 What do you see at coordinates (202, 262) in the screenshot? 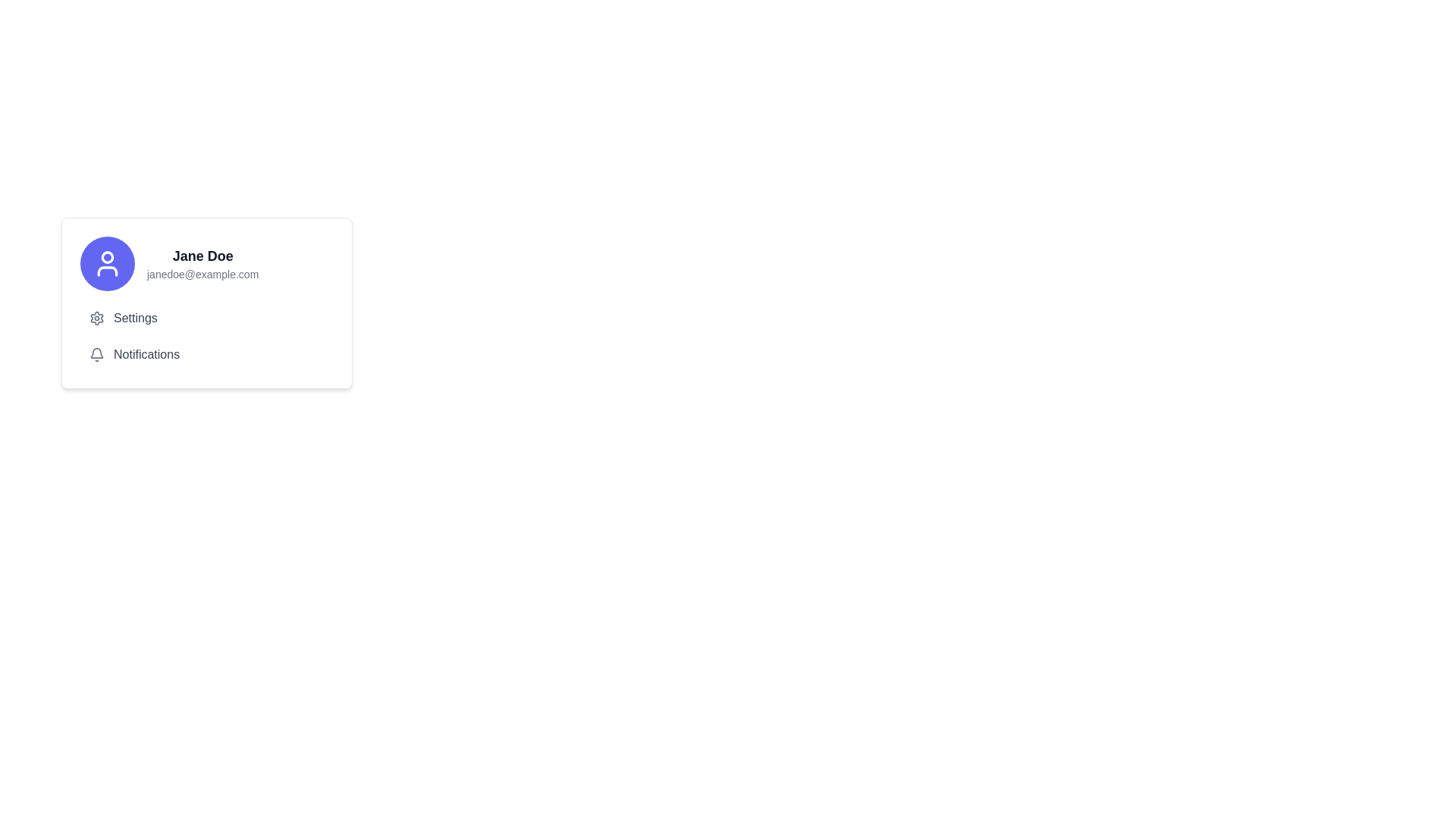
I see `the text display component that shows the user's name and email address, located to the right of a circular icon and above the 'Settings' and 'Notifications' options` at bounding box center [202, 262].